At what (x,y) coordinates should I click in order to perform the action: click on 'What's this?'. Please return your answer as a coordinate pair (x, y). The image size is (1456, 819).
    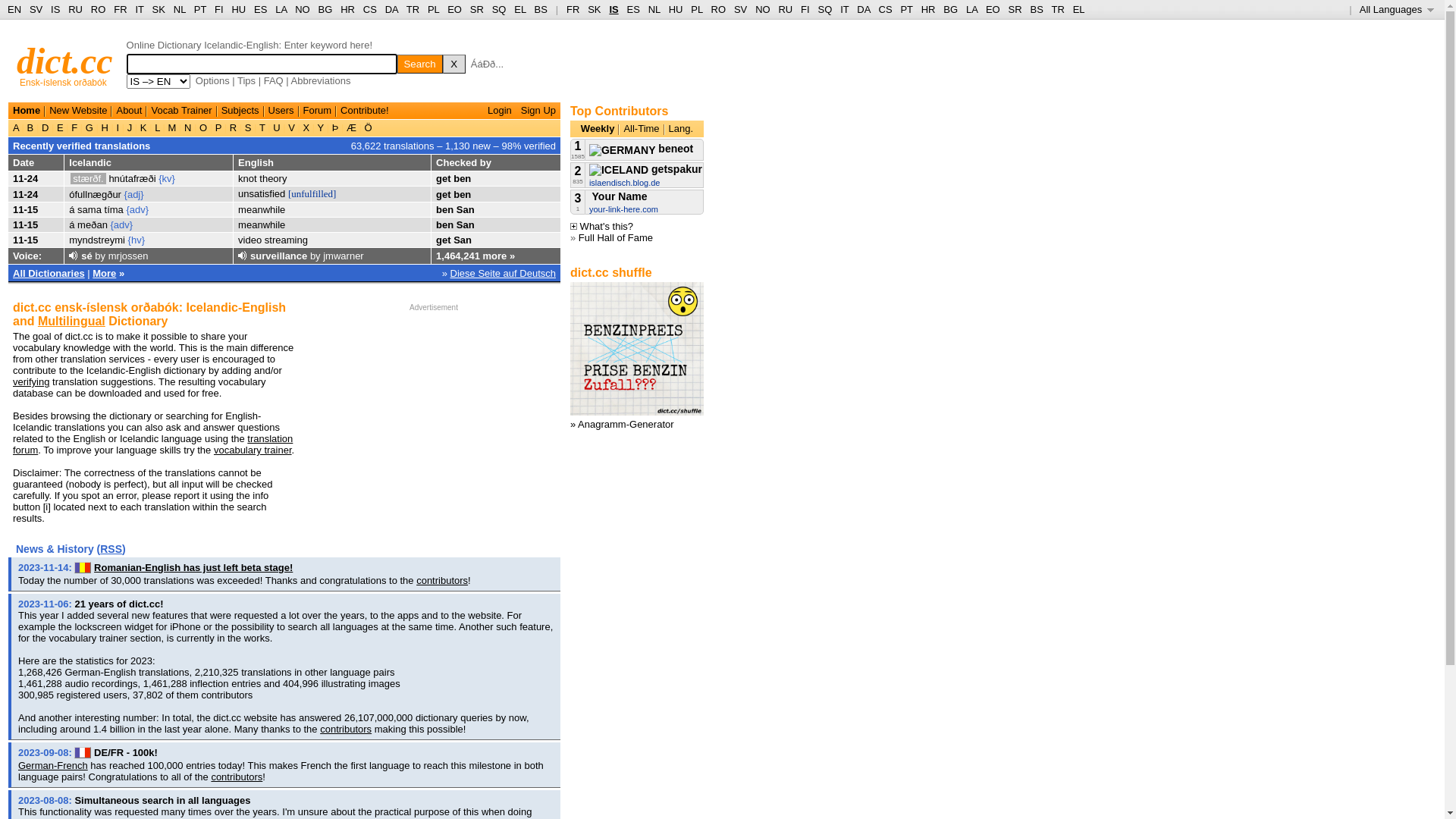
    Looking at the image, I should click on (601, 226).